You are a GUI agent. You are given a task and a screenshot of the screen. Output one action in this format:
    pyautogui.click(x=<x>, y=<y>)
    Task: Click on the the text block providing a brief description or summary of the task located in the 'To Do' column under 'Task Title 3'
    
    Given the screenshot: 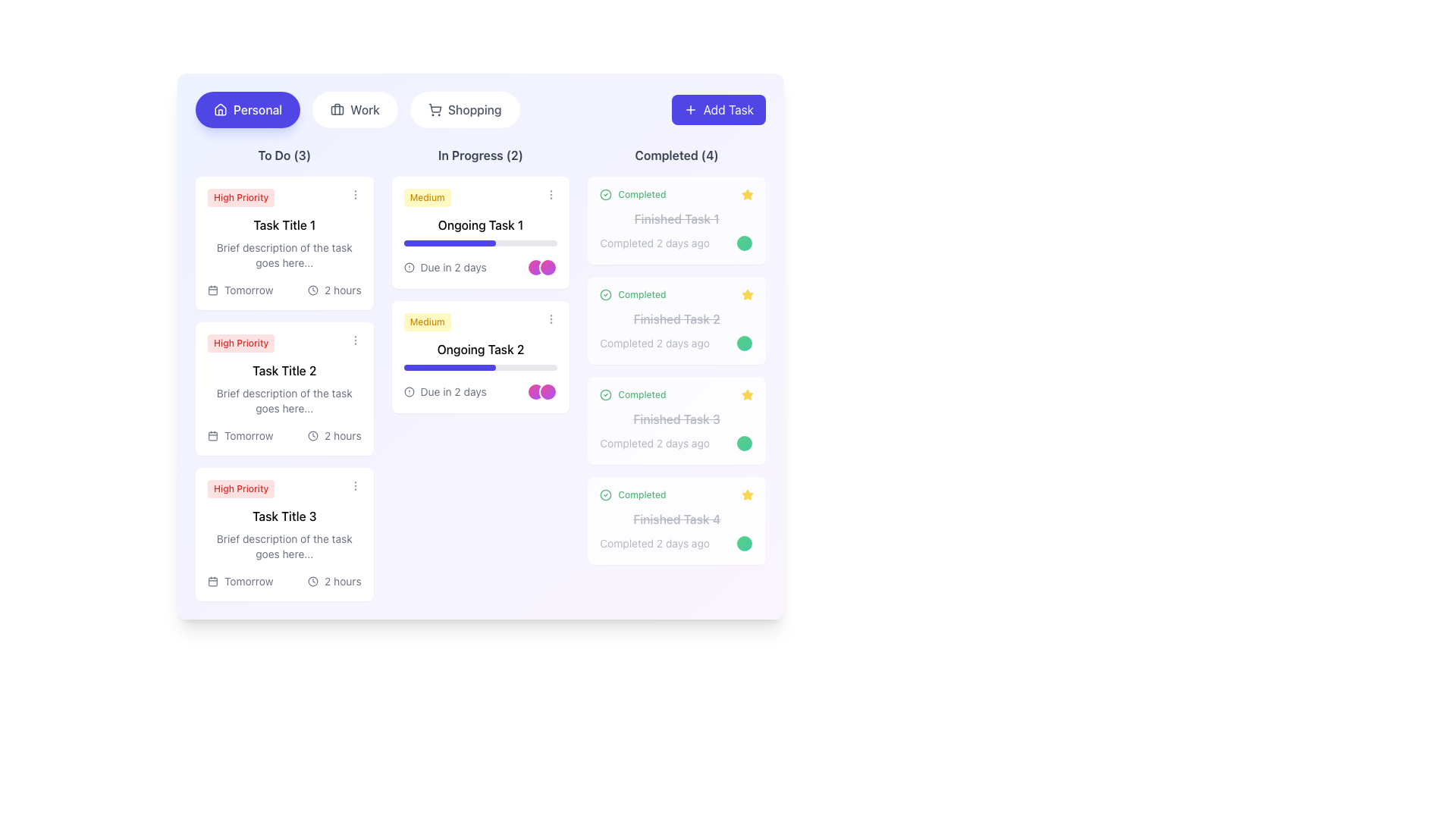 What is the action you would take?
    pyautogui.click(x=284, y=547)
    